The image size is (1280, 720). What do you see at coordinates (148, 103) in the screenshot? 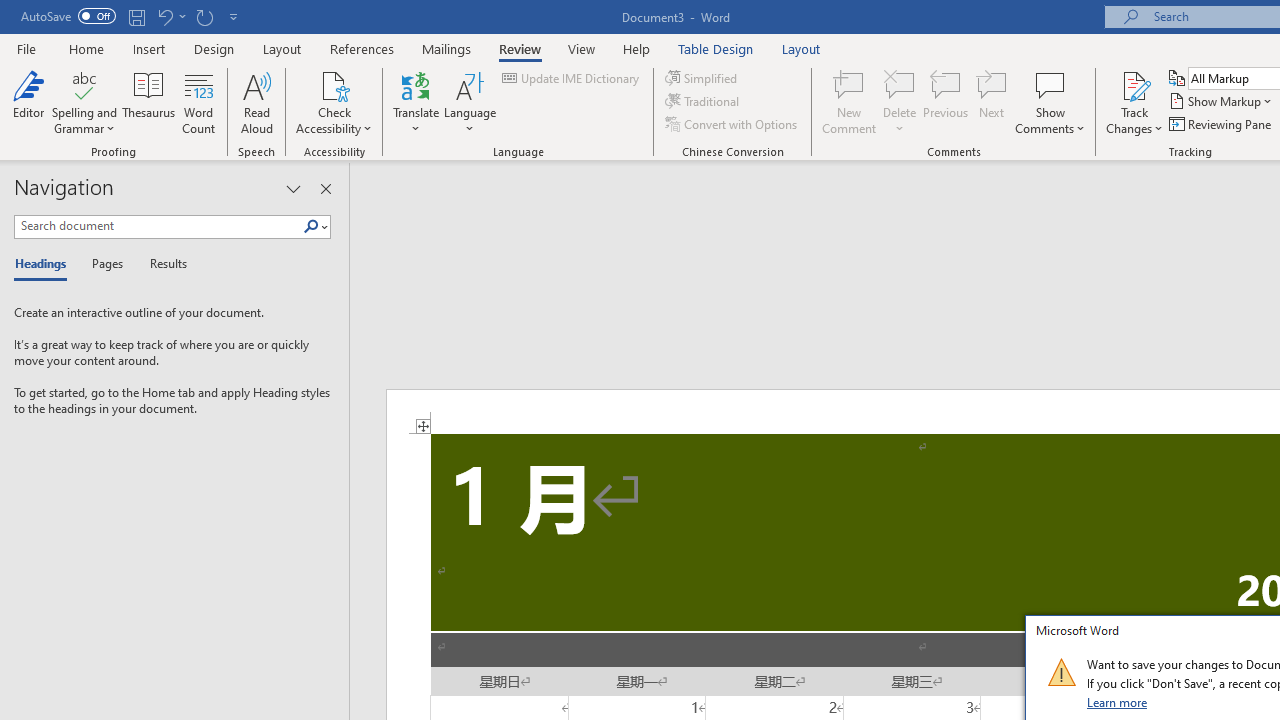
I see `'Thesaurus...'` at bounding box center [148, 103].